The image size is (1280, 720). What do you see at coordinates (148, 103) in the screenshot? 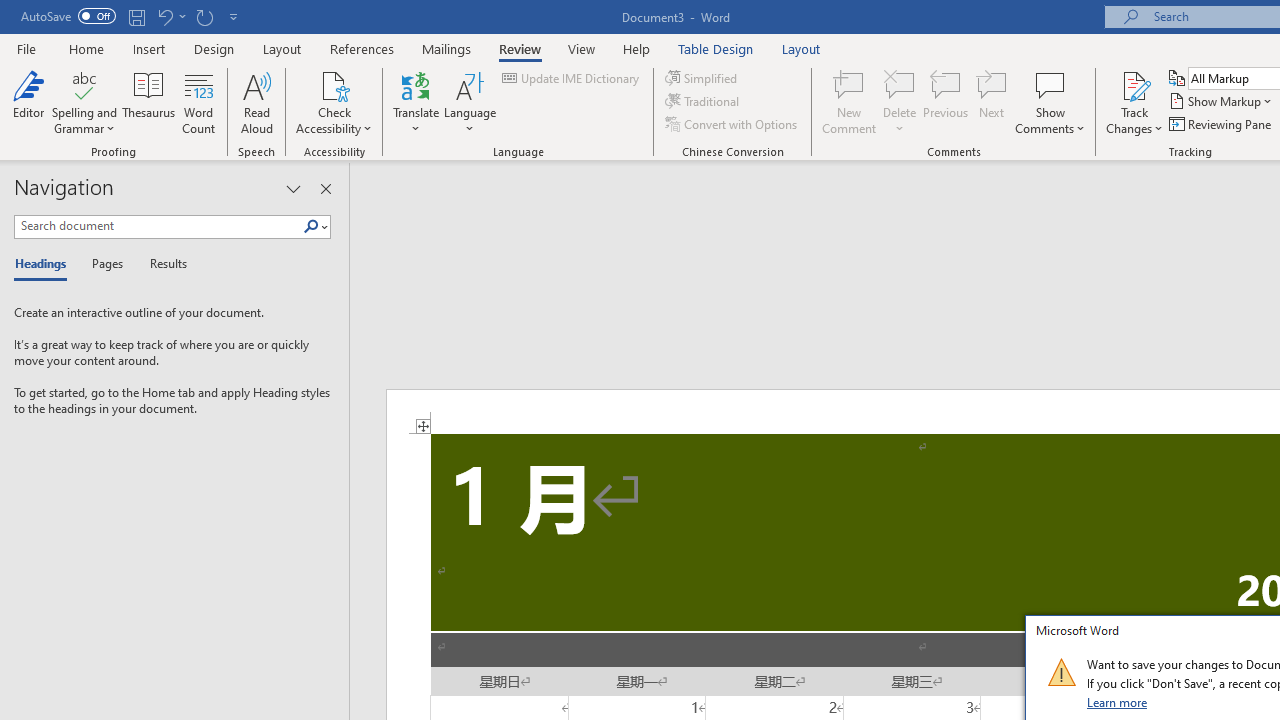
I see `'Thesaurus...'` at bounding box center [148, 103].